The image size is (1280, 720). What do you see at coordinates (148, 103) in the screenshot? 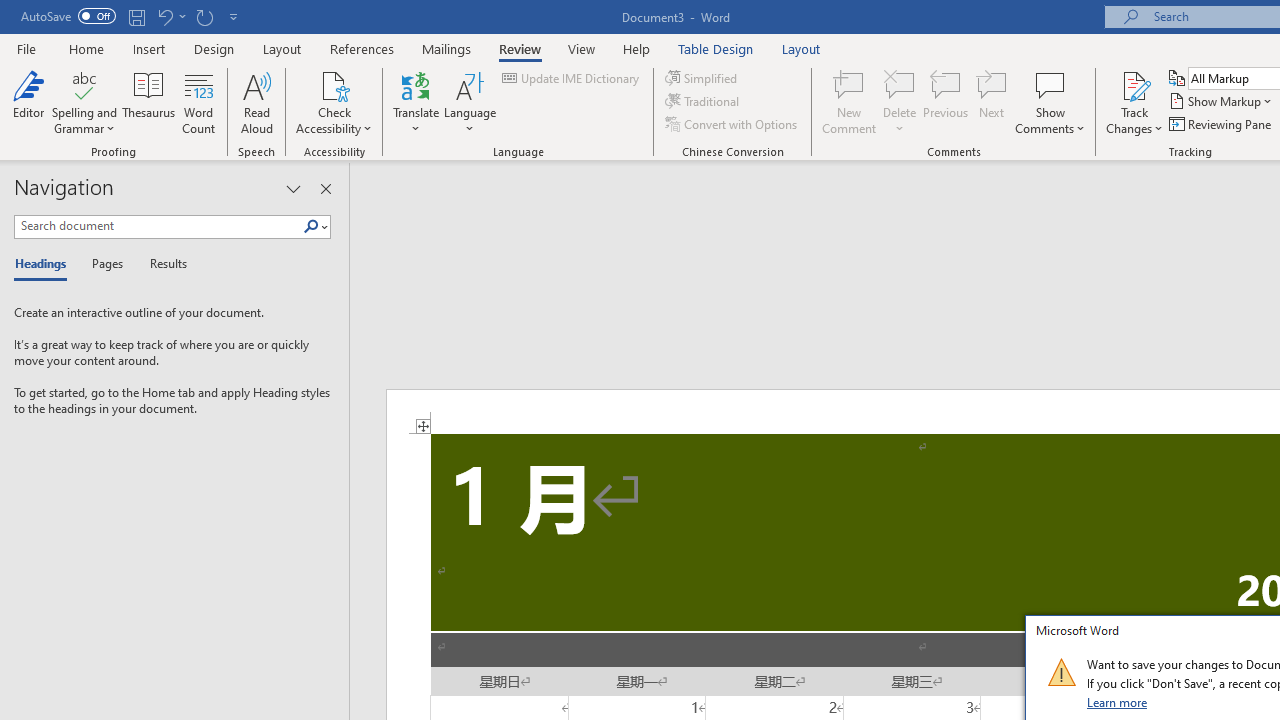
I see `'Thesaurus...'` at bounding box center [148, 103].